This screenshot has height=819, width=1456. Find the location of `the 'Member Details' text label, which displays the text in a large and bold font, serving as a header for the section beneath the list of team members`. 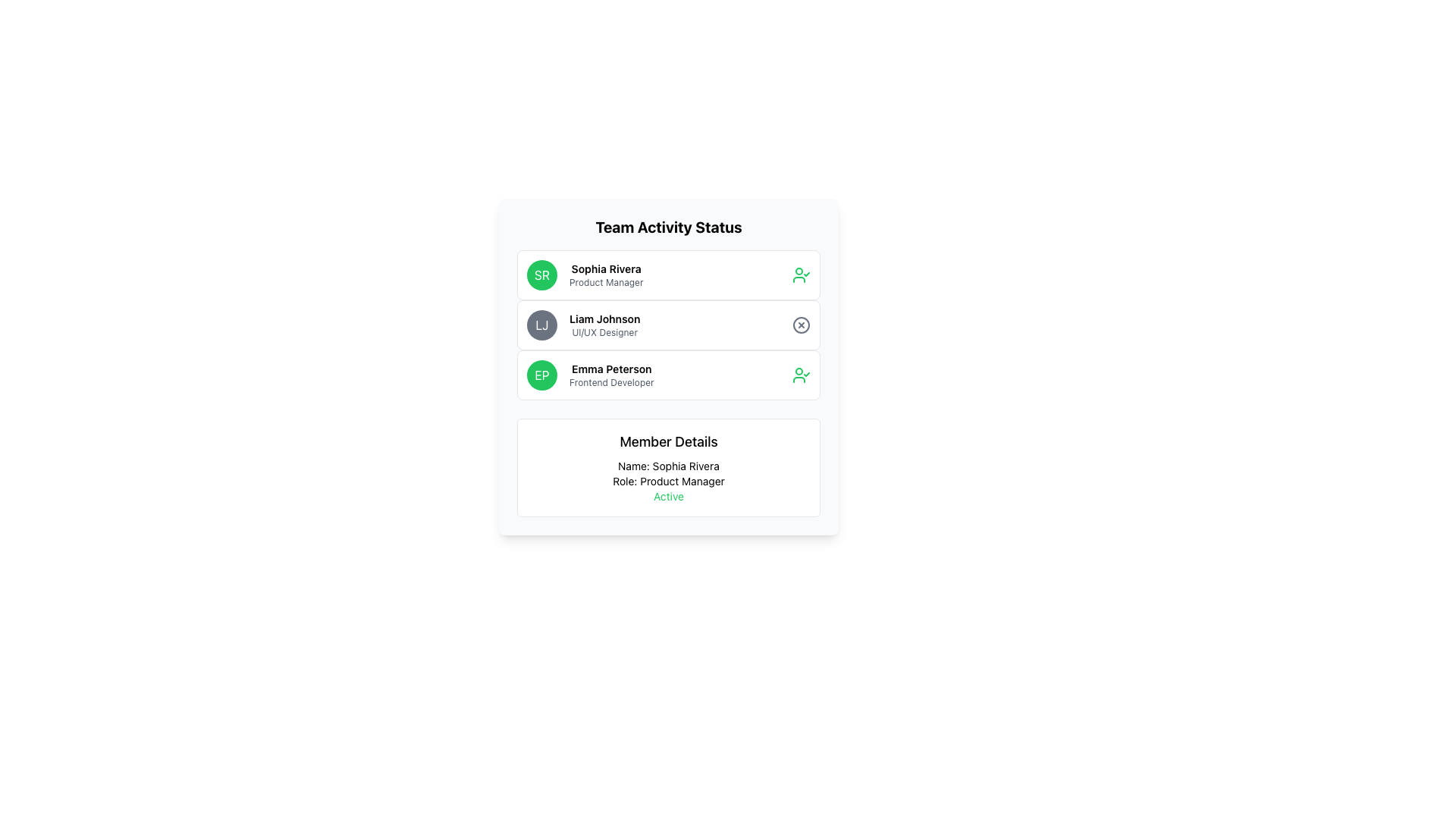

the 'Member Details' text label, which displays the text in a large and bold font, serving as a header for the section beneath the list of team members is located at coordinates (668, 441).